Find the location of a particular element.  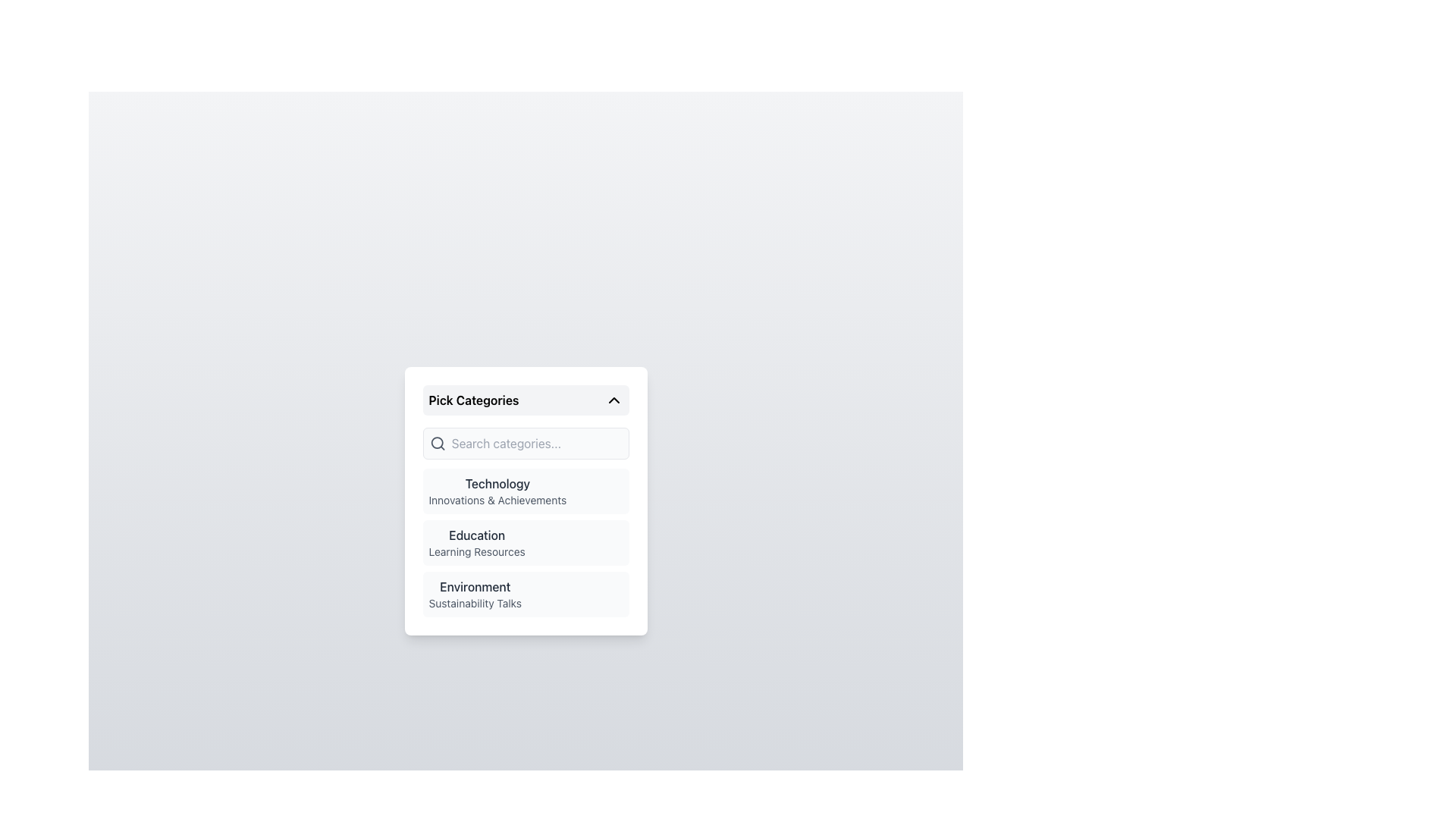

the second category list item labeled 'Education and Learning Resources' is located at coordinates (526, 542).